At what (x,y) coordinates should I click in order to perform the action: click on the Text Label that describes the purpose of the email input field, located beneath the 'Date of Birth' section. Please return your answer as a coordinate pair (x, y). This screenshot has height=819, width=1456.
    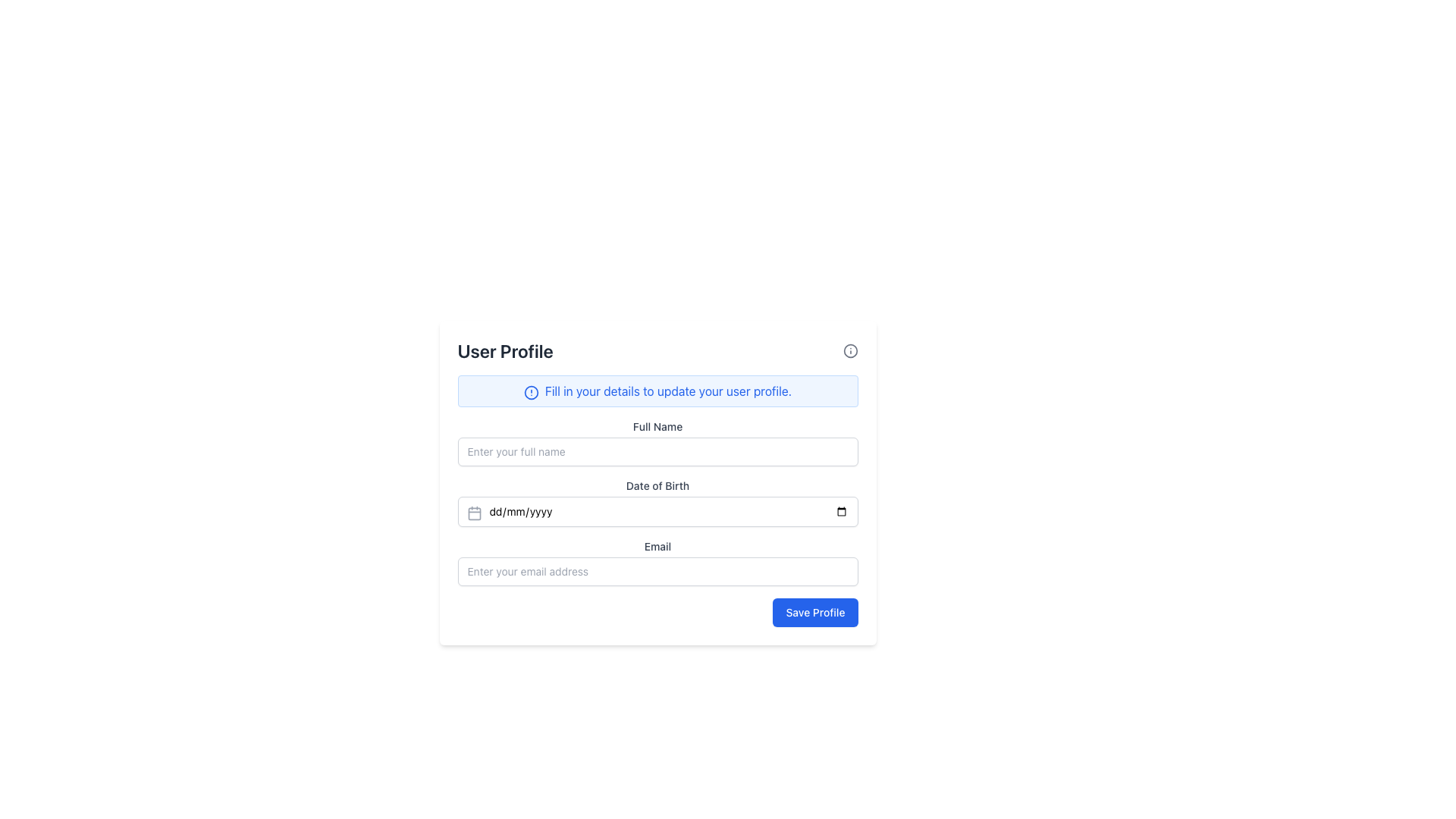
    Looking at the image, I should click on (657, 547).